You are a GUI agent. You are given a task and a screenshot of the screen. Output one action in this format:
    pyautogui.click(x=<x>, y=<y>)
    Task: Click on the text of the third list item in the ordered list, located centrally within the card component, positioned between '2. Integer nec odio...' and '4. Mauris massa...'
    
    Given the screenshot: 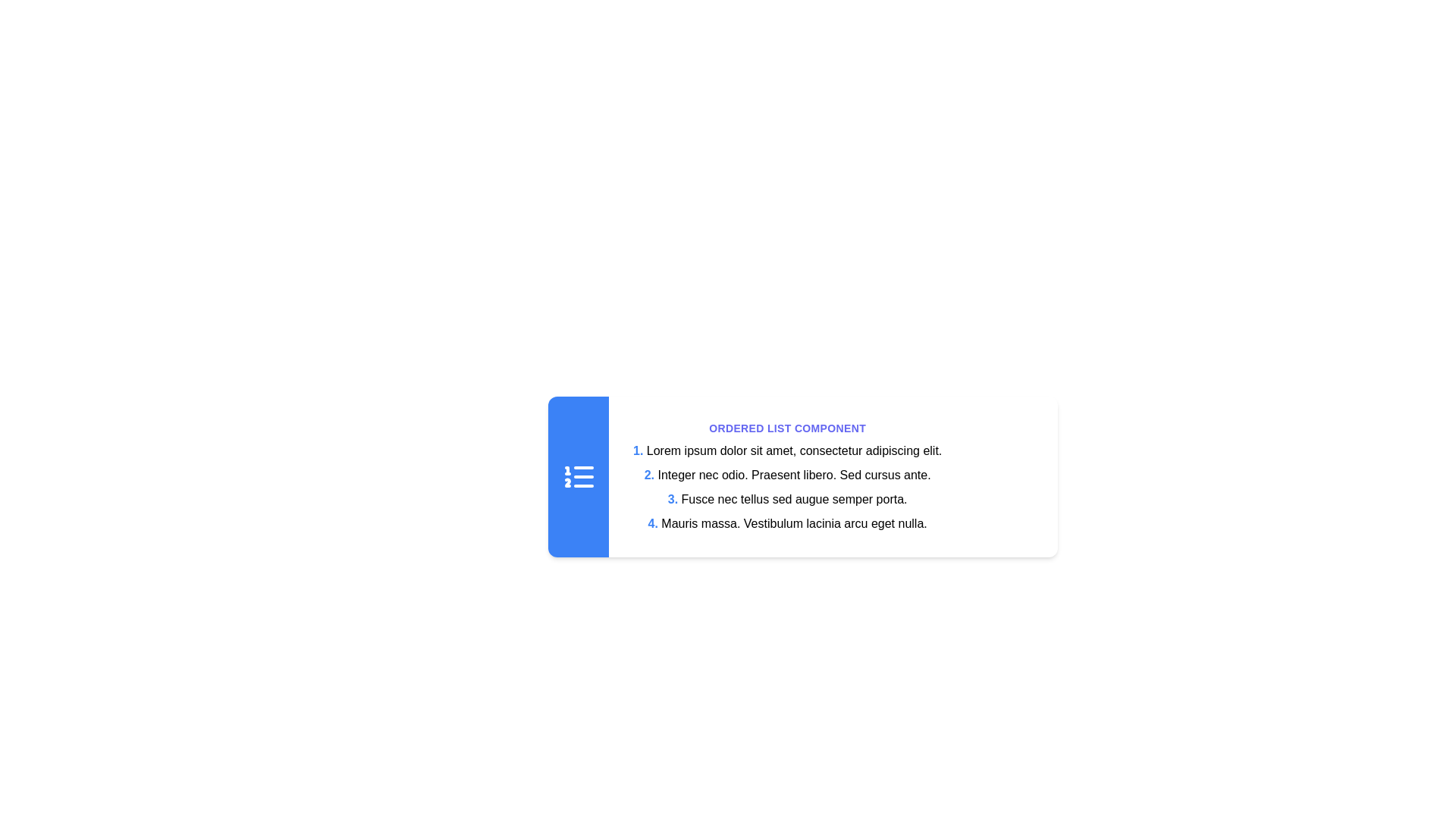 What is the action you would take?
    pyautogui.click(x=787, y=500)
    